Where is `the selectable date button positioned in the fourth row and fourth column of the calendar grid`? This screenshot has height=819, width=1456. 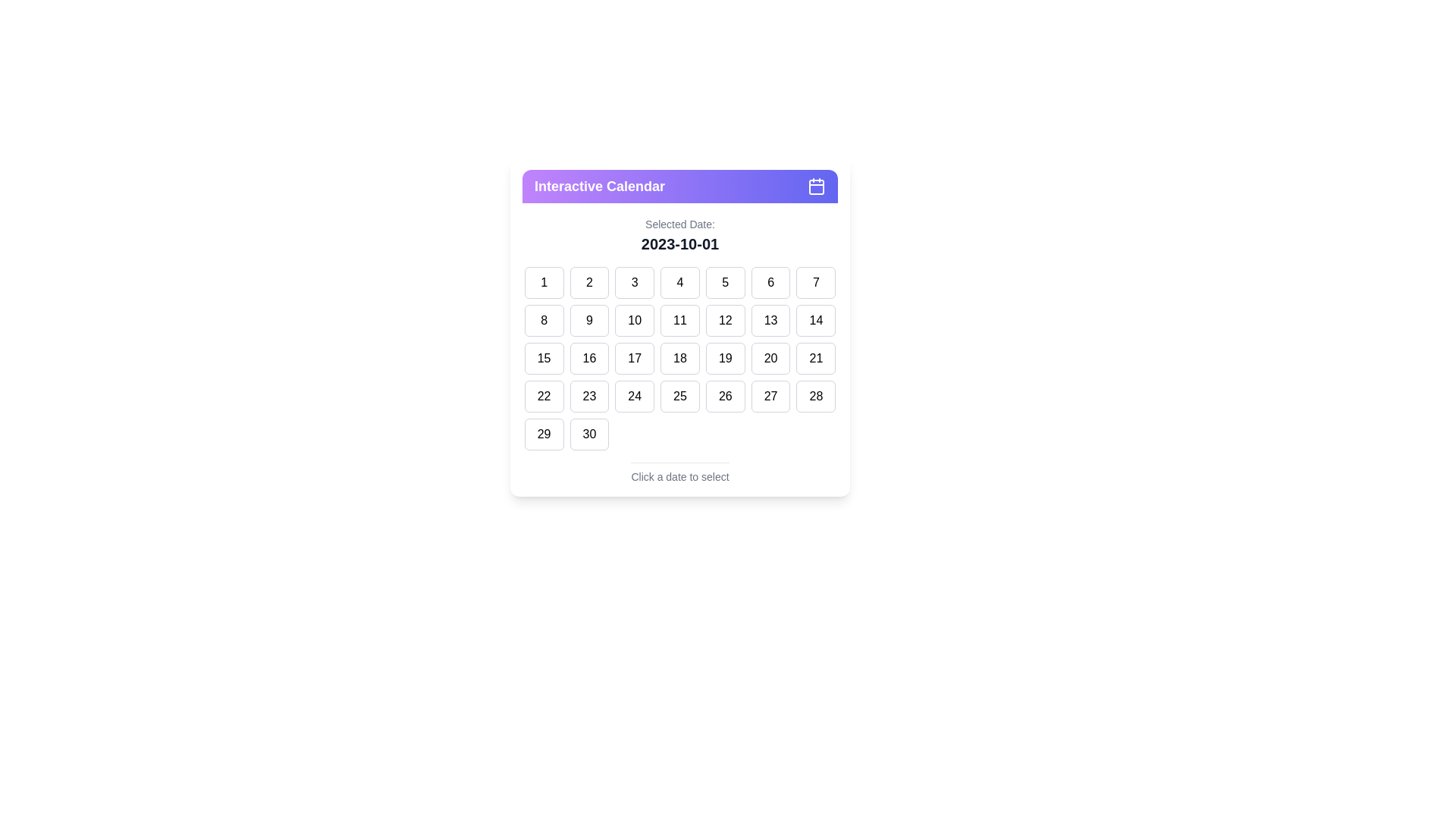
the selectable date button positioned in the fourth row and fourth column of the calendar grid is located at coordinates (679, 396).